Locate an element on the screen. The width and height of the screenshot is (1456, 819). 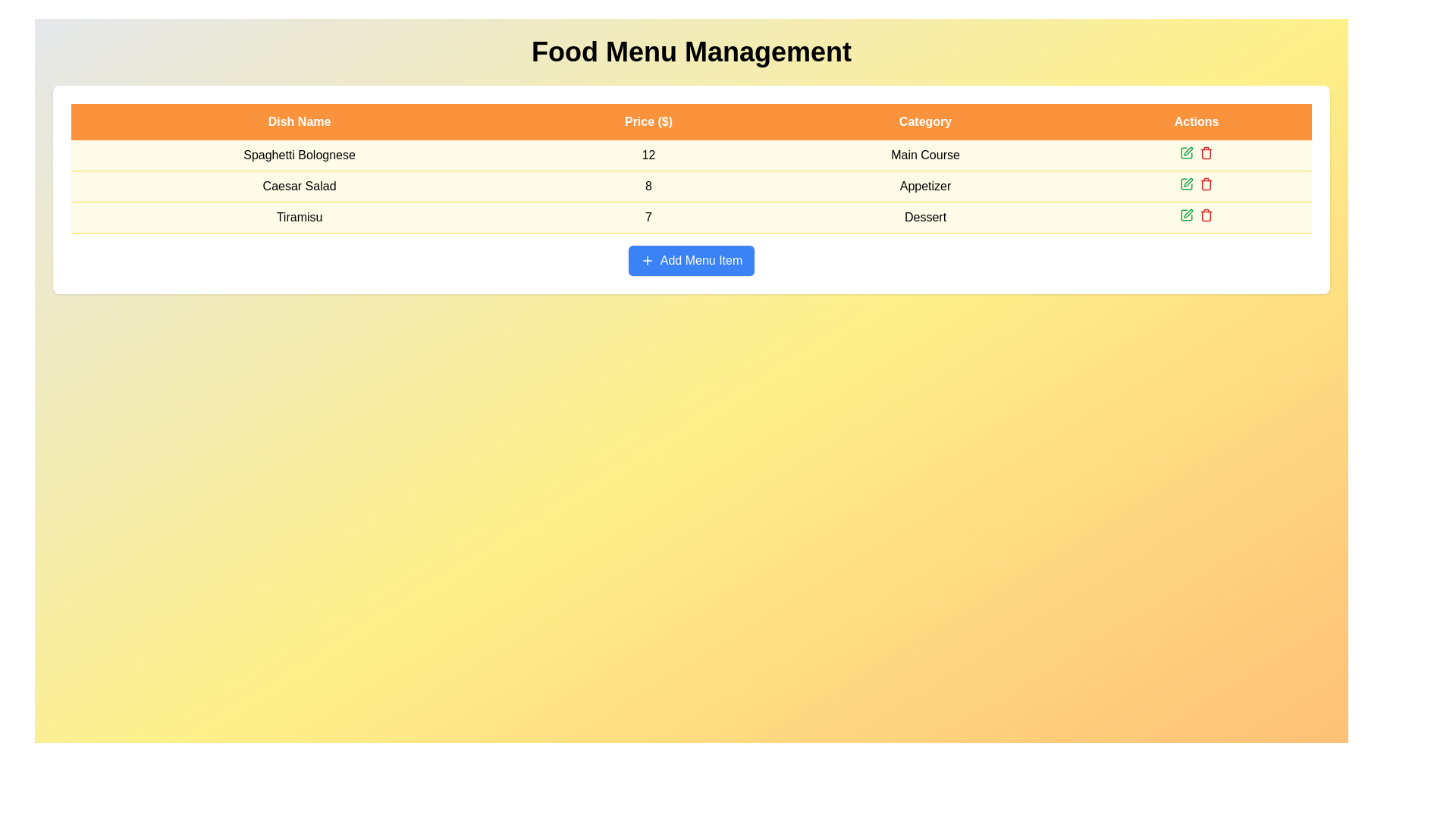
text content of the 'Spaghetti Bolognese' text label, which is displayed in a serif typeface against a light yellow background and is the first item under the 'Dish Name' header in the menu table is located at coordinates (300, 155).